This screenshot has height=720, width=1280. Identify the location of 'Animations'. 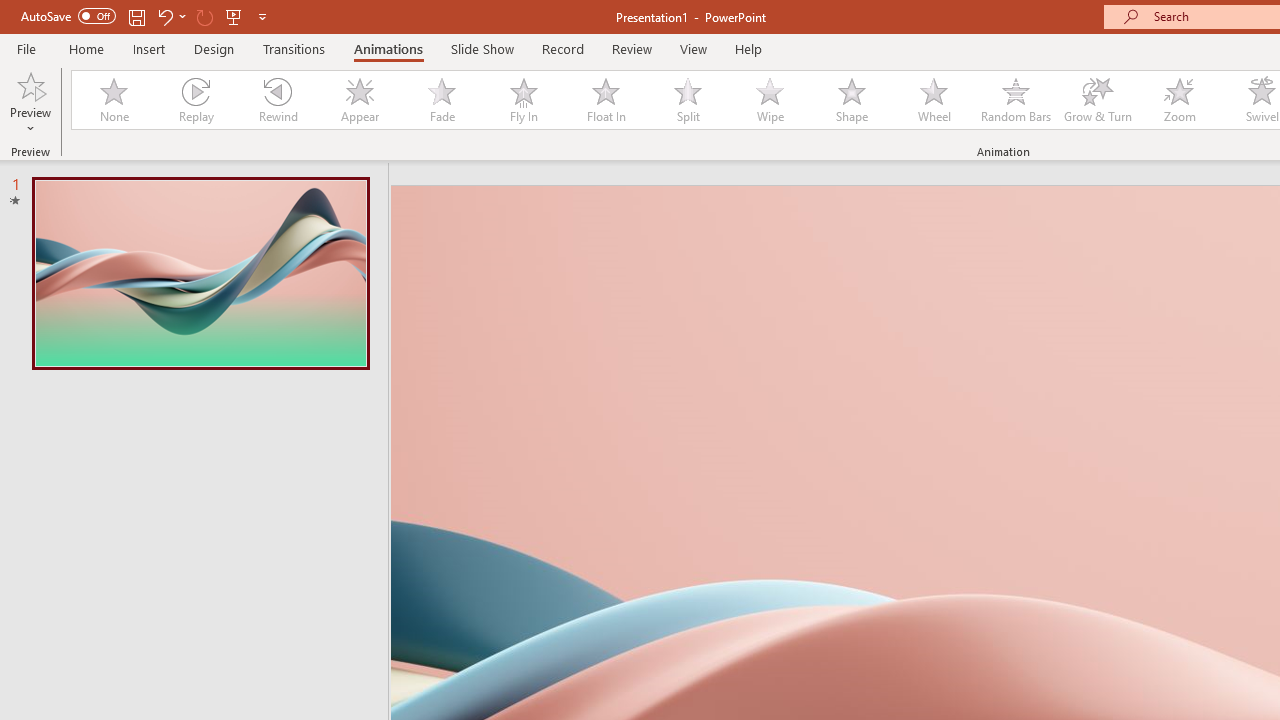
(388, 48).